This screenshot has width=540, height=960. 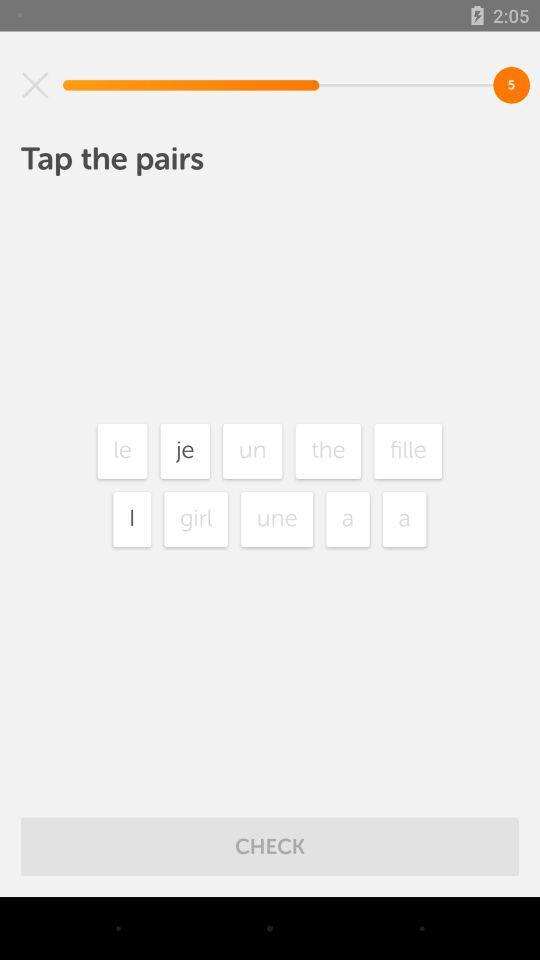 What do you see at coordinates (270, 845) in the screenshot?
I see `check icon` at bounding box center [270, 845].